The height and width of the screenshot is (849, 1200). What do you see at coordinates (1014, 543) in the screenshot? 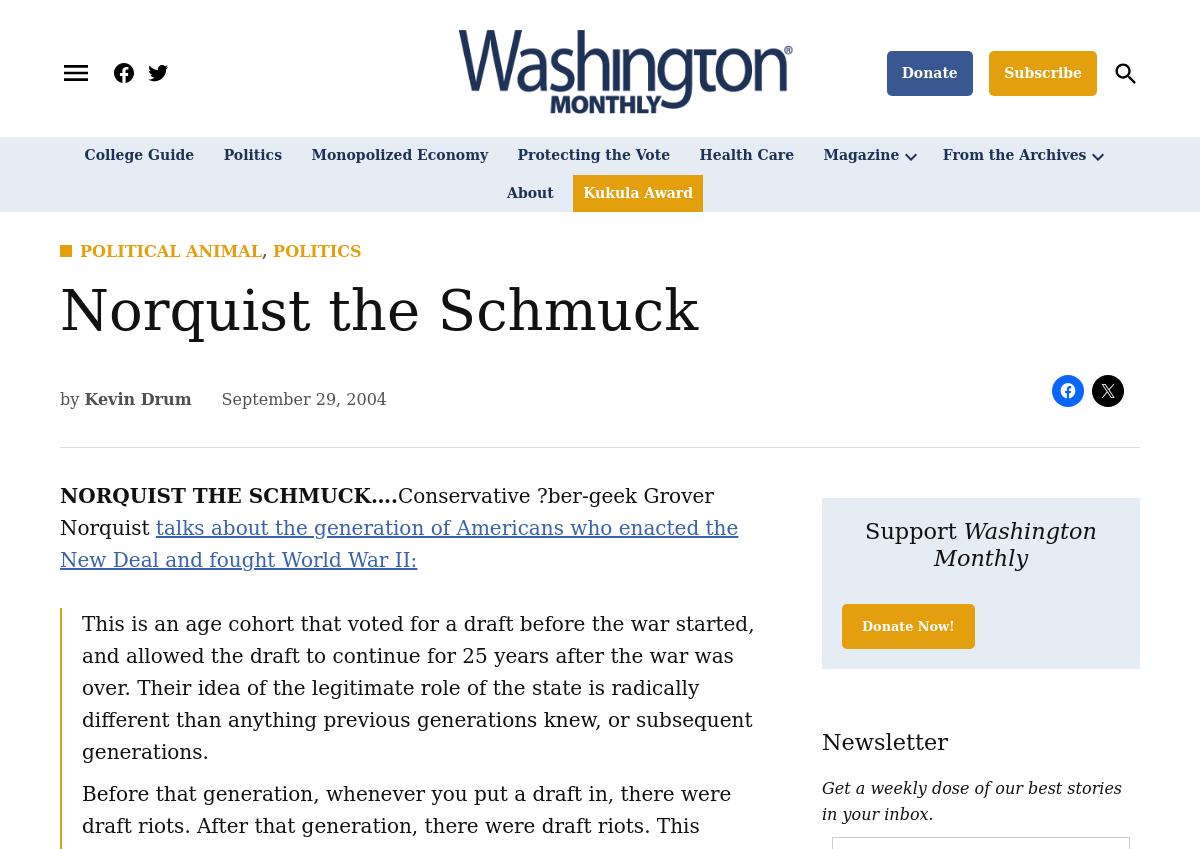
I see `'Washington Monthly'` at bounding box center [1014, 543].